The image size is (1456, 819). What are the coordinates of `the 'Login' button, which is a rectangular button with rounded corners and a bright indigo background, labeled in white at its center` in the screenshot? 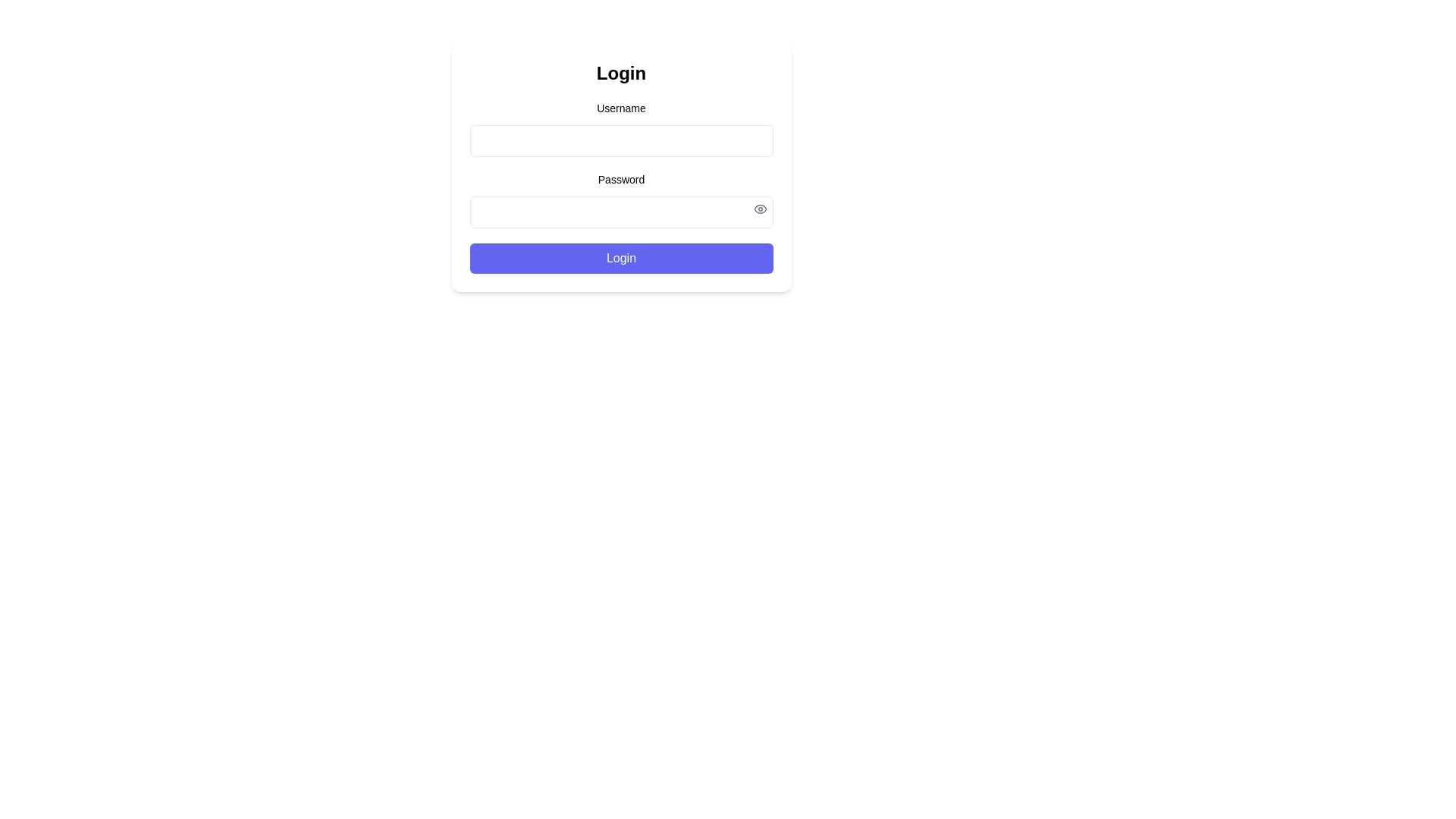 It's located at (621, 257).